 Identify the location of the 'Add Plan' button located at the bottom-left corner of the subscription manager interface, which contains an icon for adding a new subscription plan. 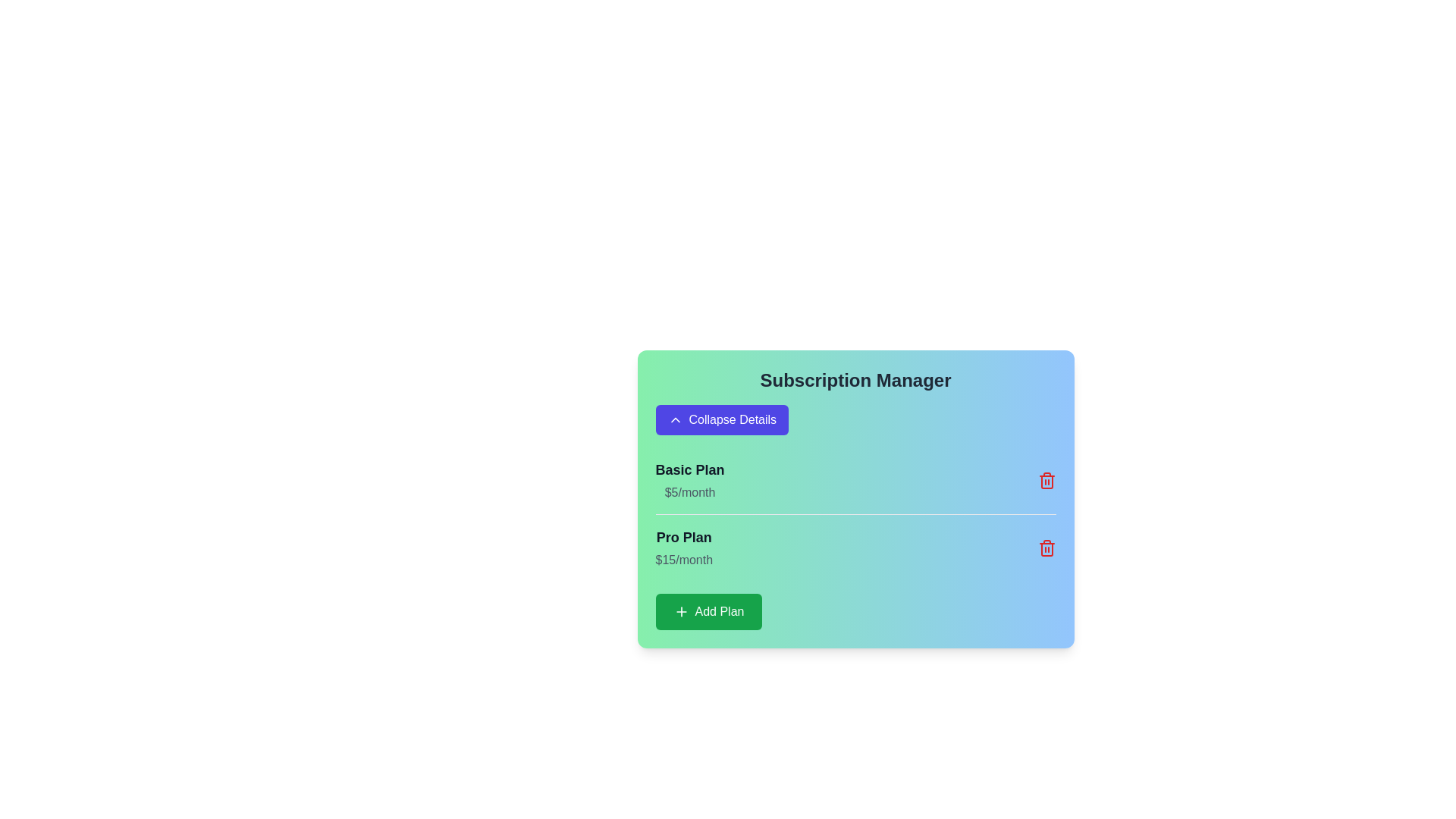
(680, 610).